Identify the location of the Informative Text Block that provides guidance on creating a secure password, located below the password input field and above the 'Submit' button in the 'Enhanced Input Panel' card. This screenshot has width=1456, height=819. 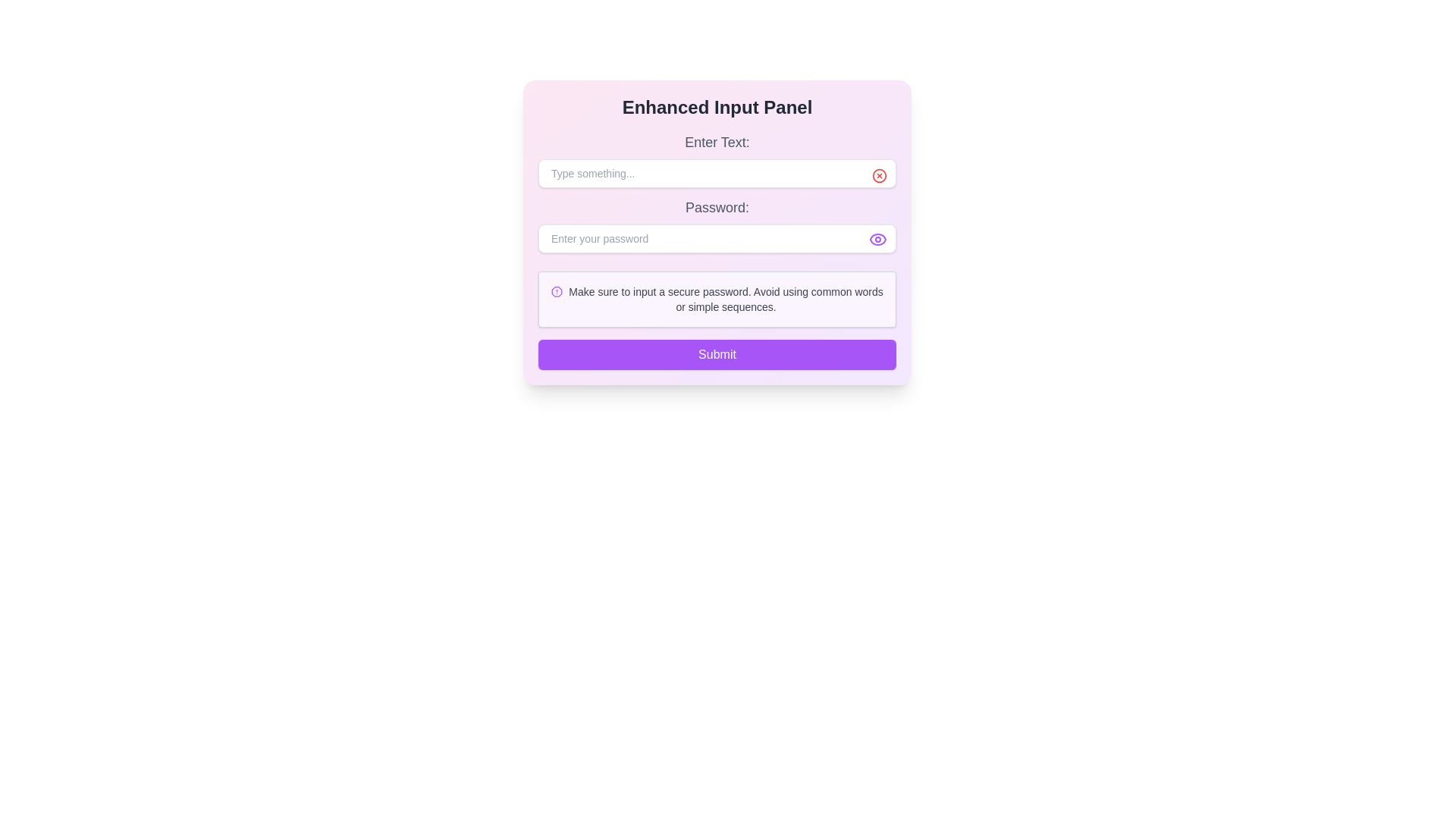
(716, 299).